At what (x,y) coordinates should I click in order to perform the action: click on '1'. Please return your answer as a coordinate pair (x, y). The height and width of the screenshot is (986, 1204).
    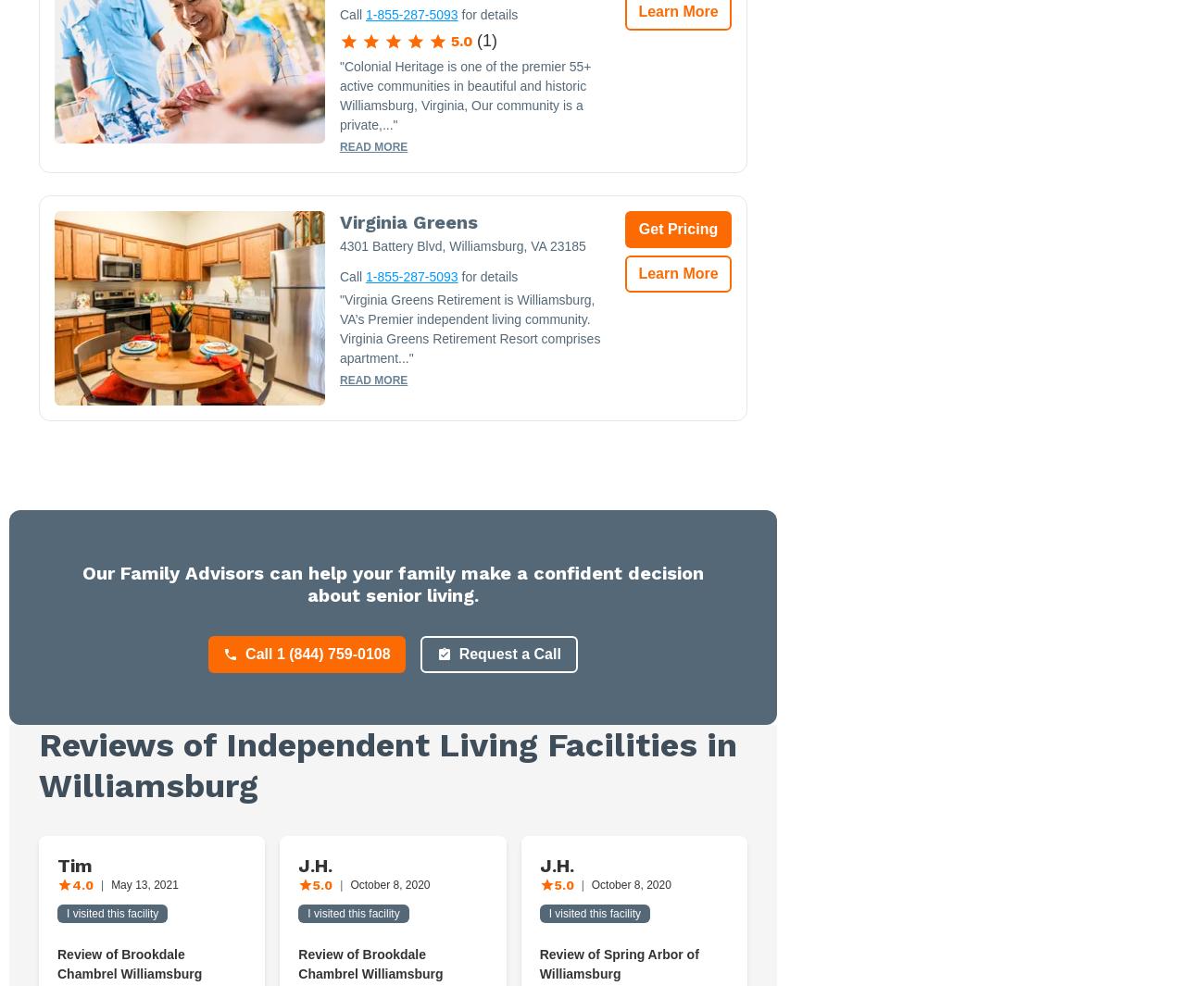
    Looking at the image, I should click on (483, 39).